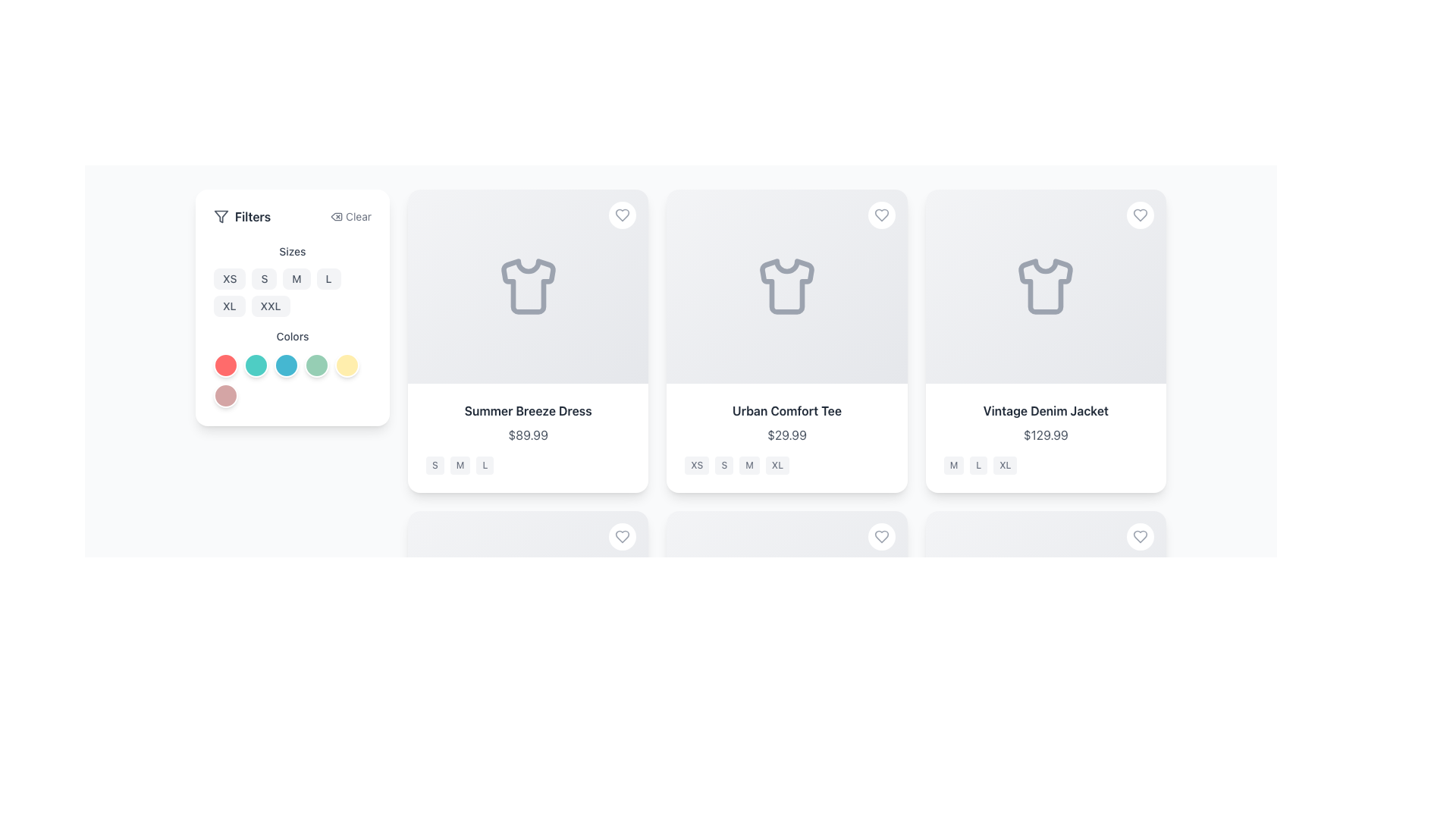 Image resolution: width=1456 pixels, height=819 pixels. What do you see at coordinates (484, 786) in the screenshot?
I see `the 'L' size indicator badge, which indicates the availability of the 'L' size for the product, positioned third in a horizontal arrangement of size indicators` at bounding box center [484, 786].